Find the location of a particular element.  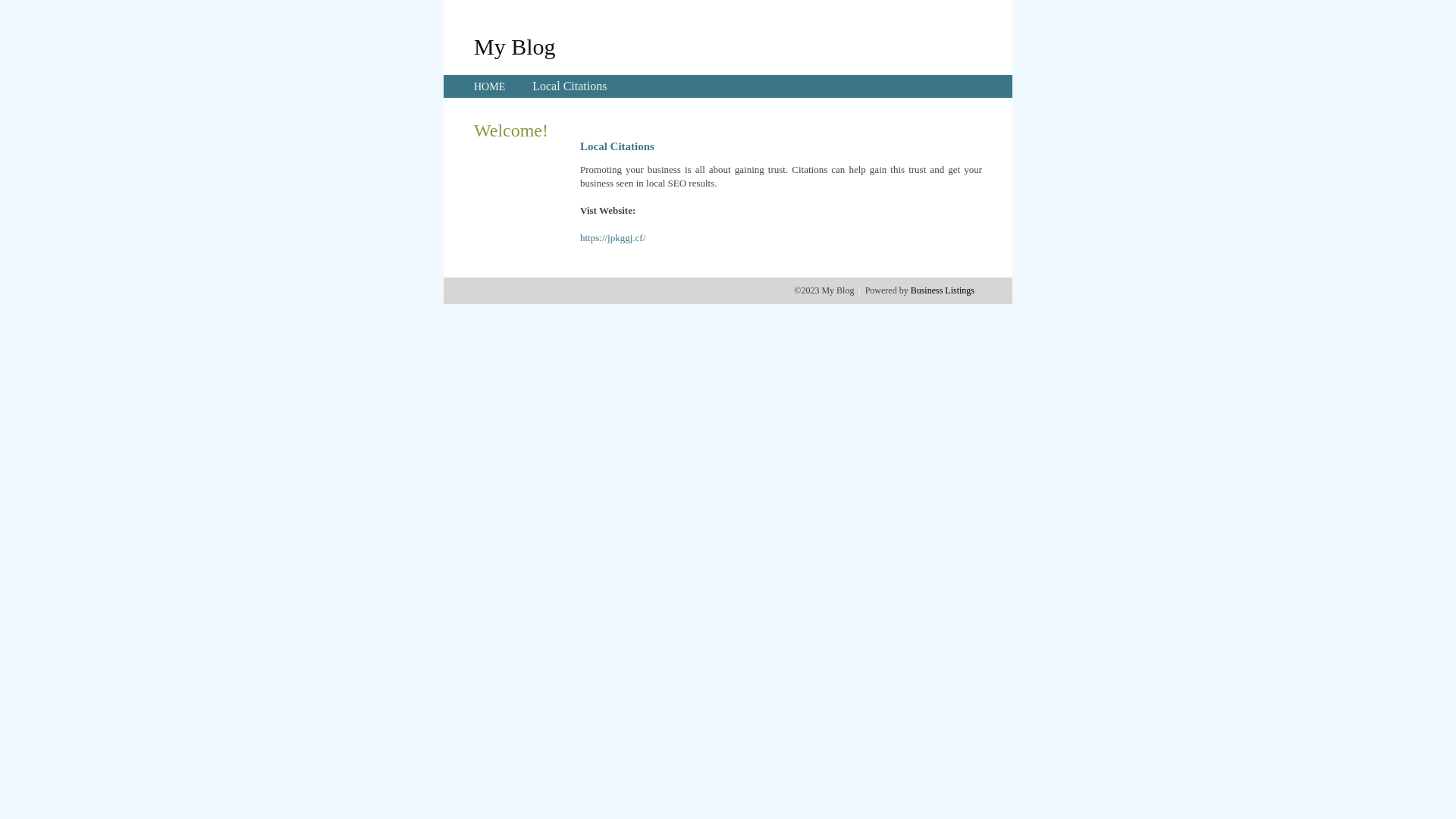

'HOME' is located at coordinates (489, 86).